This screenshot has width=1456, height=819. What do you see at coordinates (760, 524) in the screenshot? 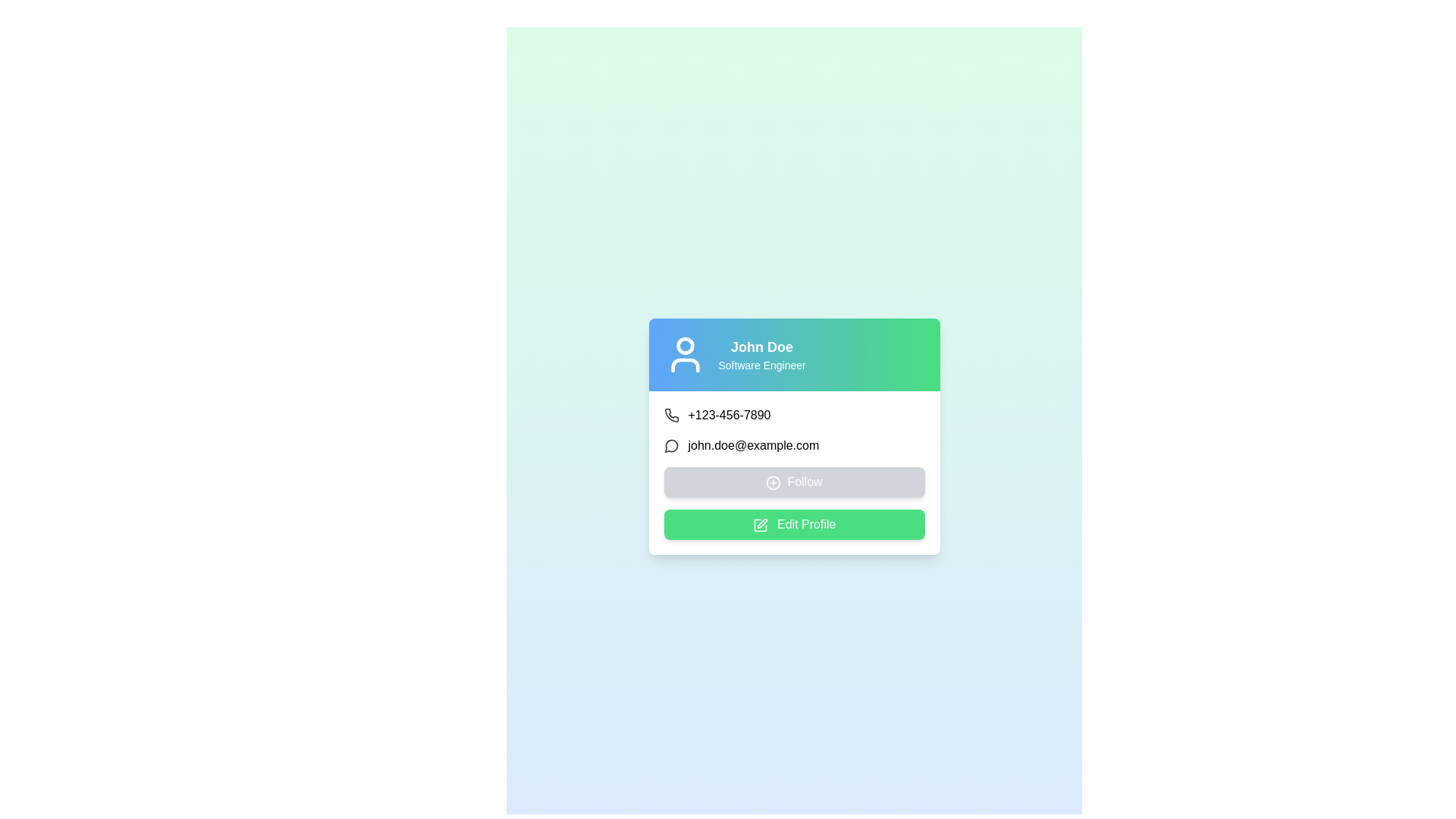
I see `the SVG graphic icon representing the editing action, which is the leftmost component in the 'Edit Profile' button located near the center bottom of the card interface` at bounding box center [760, 524].